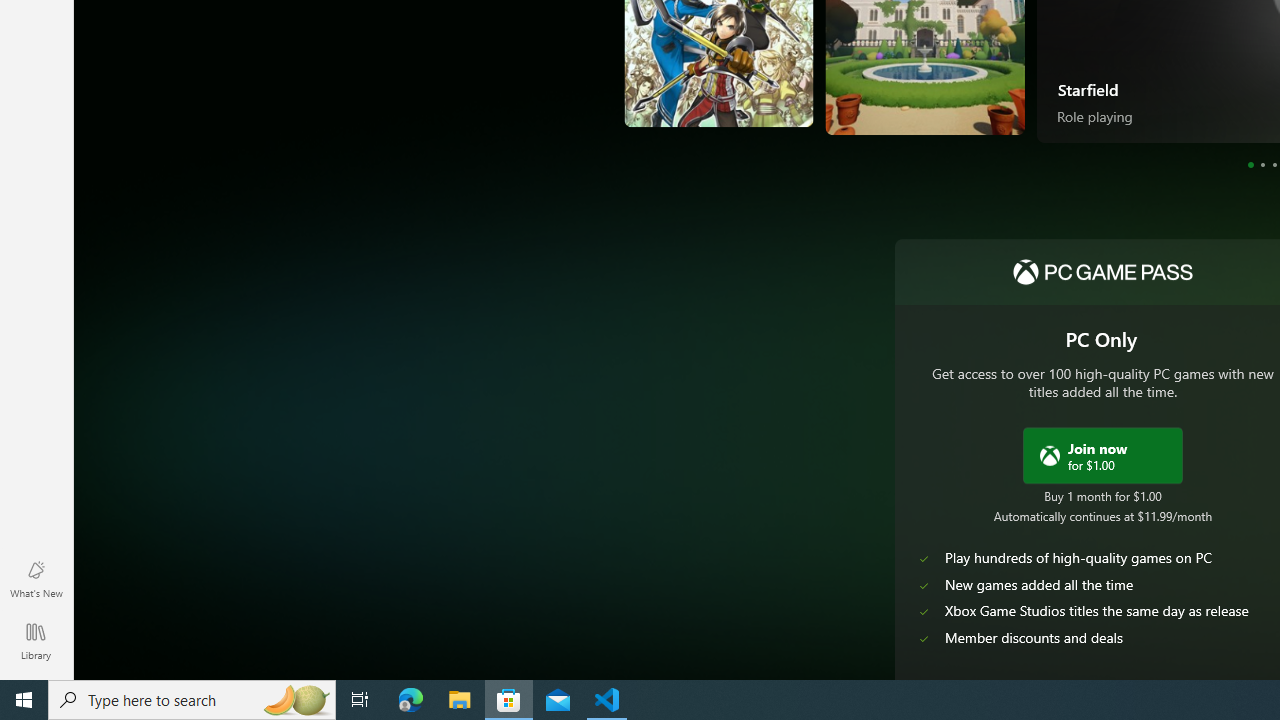 This screenshot has width=1280, height=720. What do you see at coordinates (1101, 455) in the screenshot?
I see `'Join PC Game Pass now for $1.00'` at bounding box center [1101, 455].